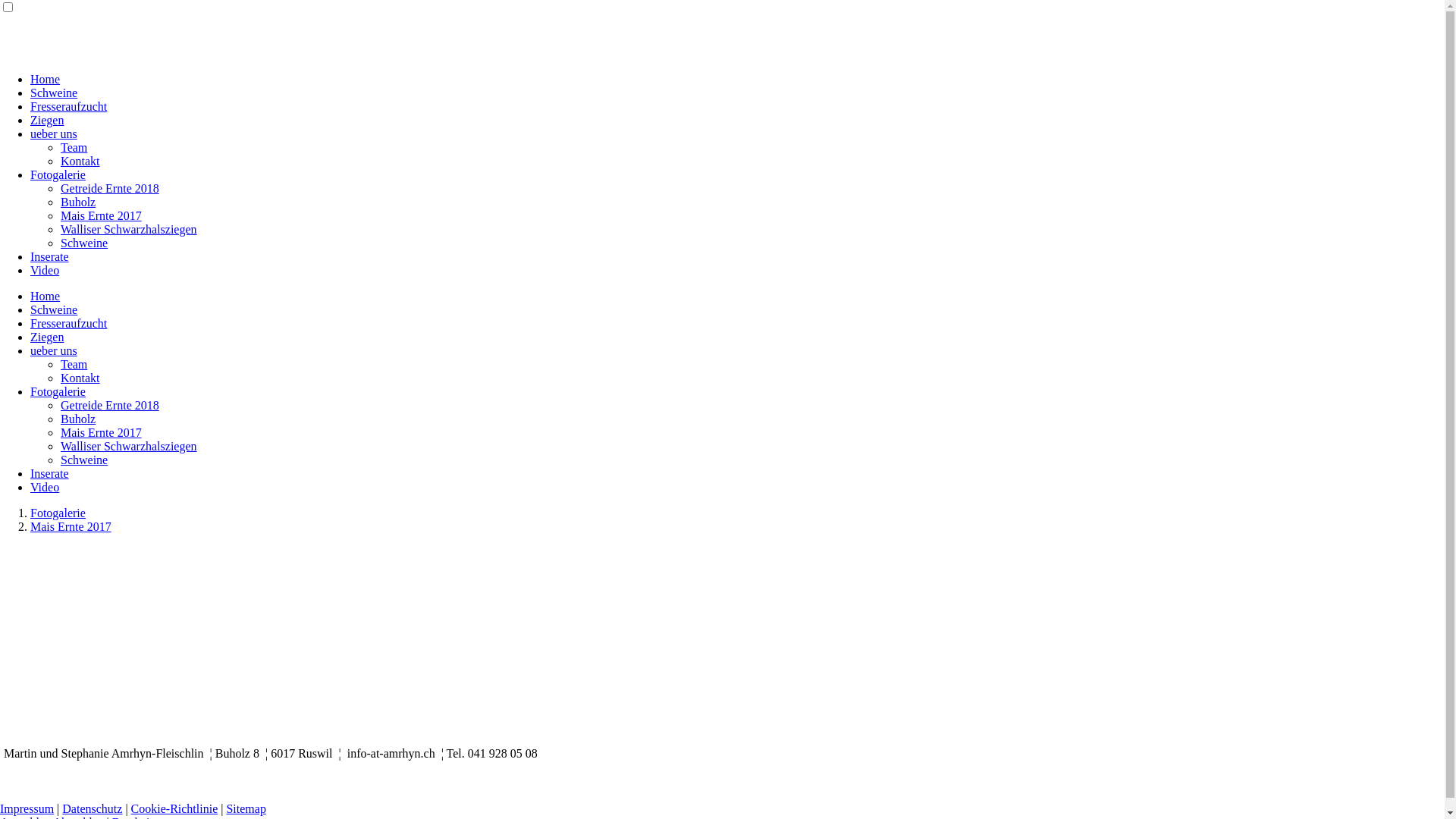  What do you see at coordinates (27, 808) in the screenshot?
I see `'Impressum'` at bounding box center [27, 808].